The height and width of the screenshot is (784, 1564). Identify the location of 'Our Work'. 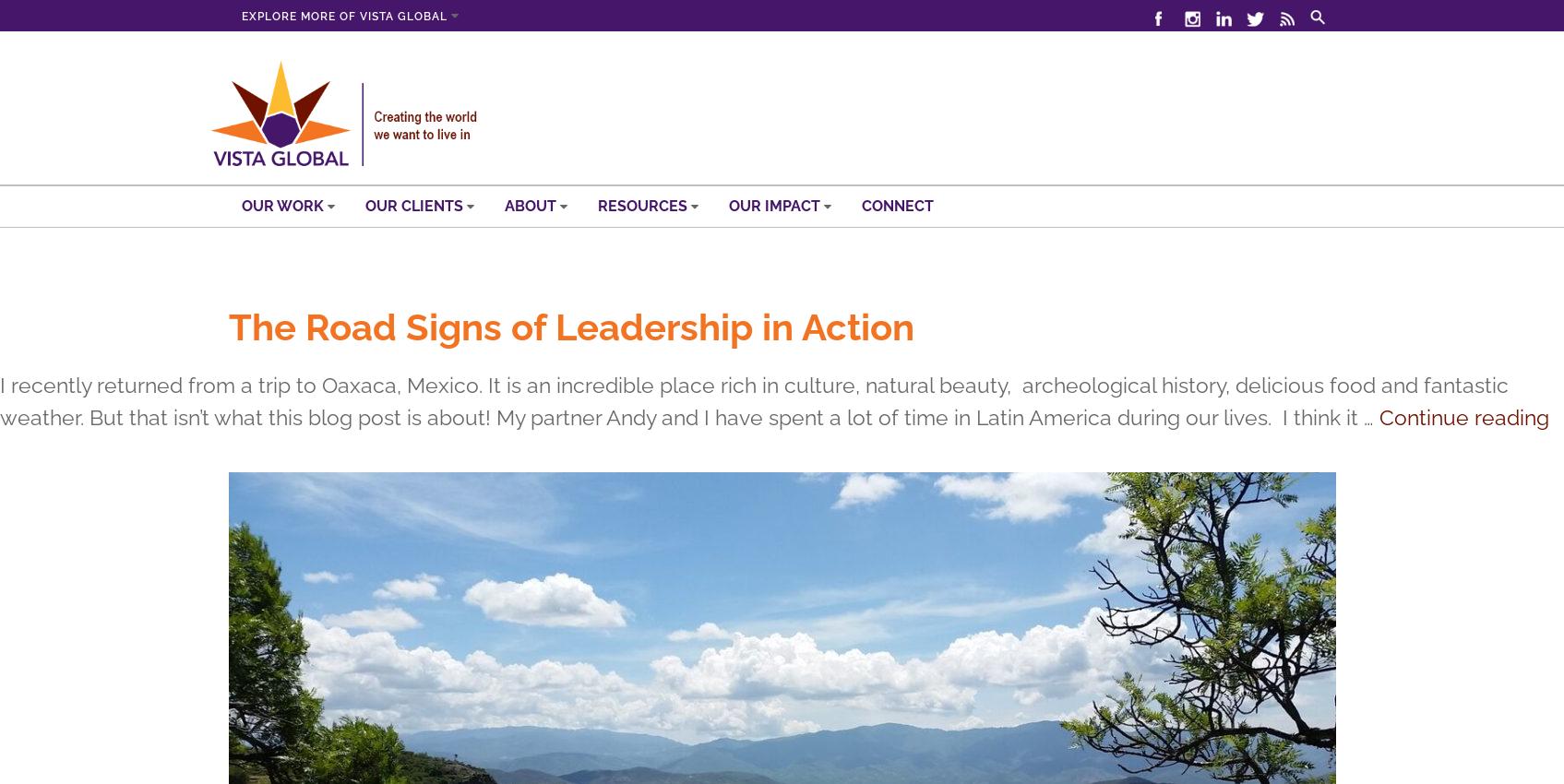
(283, 205).